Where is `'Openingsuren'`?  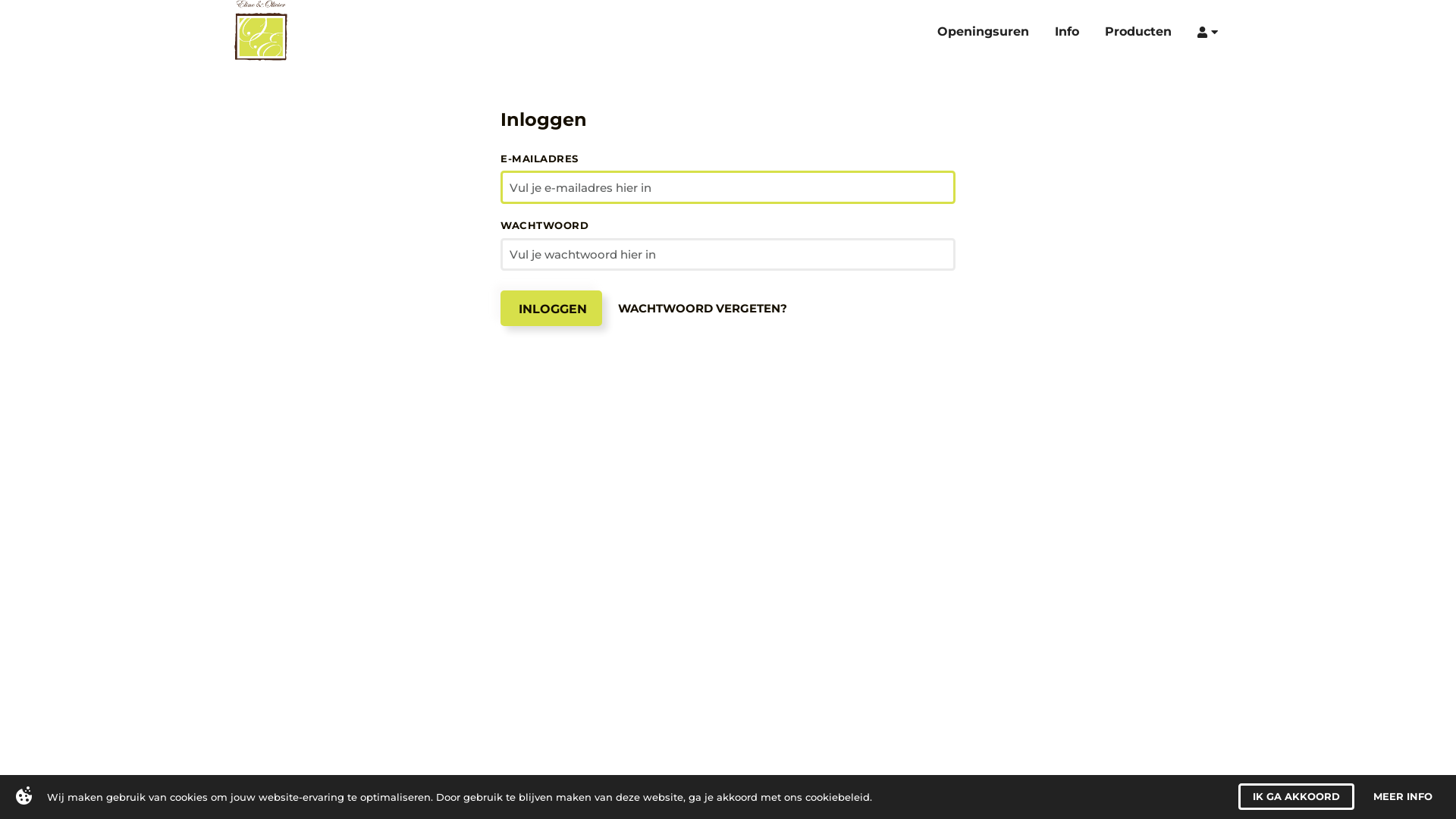 'Openingsuren' is located at coordinates (991, 30).